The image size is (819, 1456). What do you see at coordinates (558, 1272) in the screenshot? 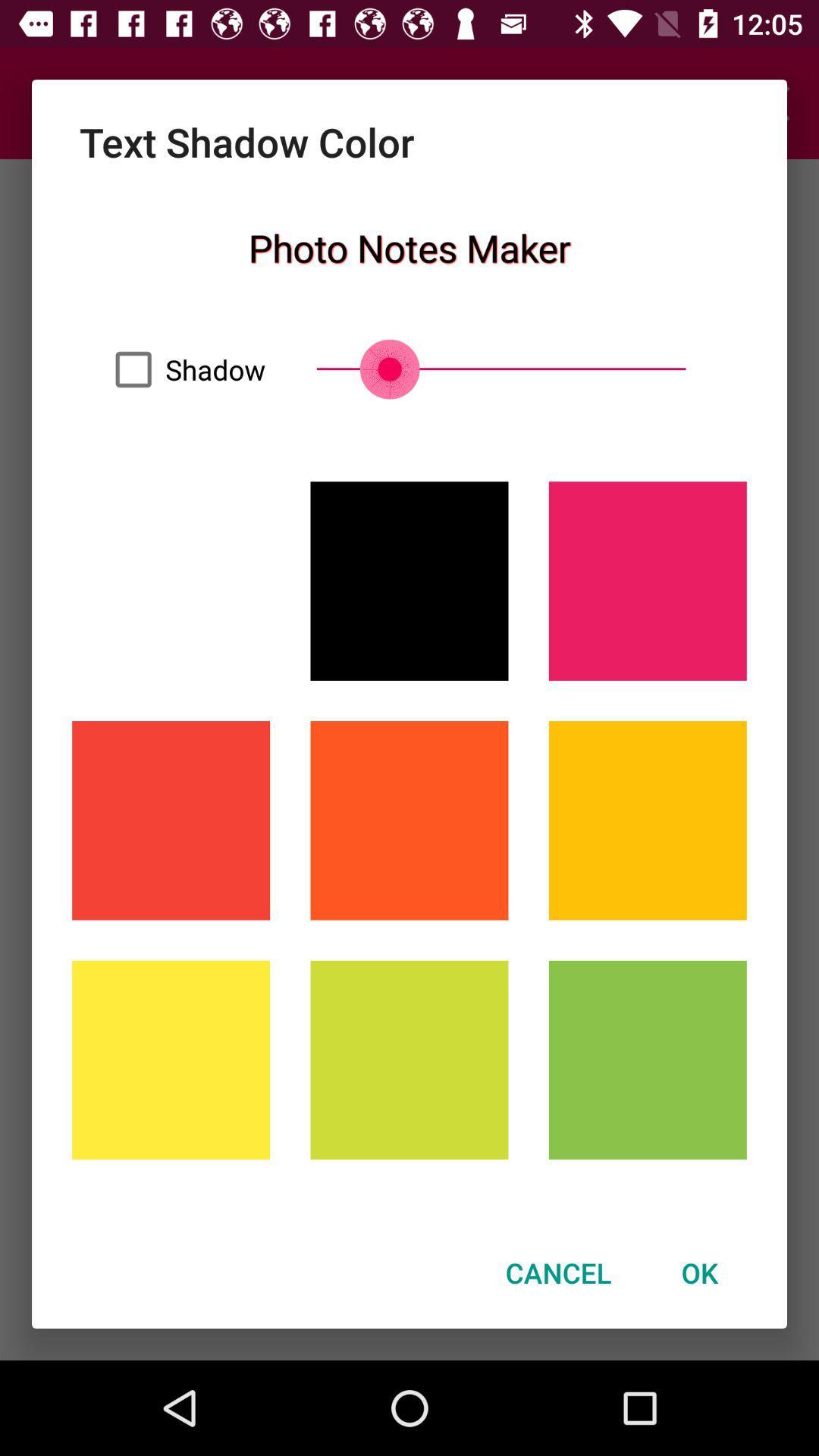
I see `the icon to the left of the ok` at bounding box center [558, 1272].